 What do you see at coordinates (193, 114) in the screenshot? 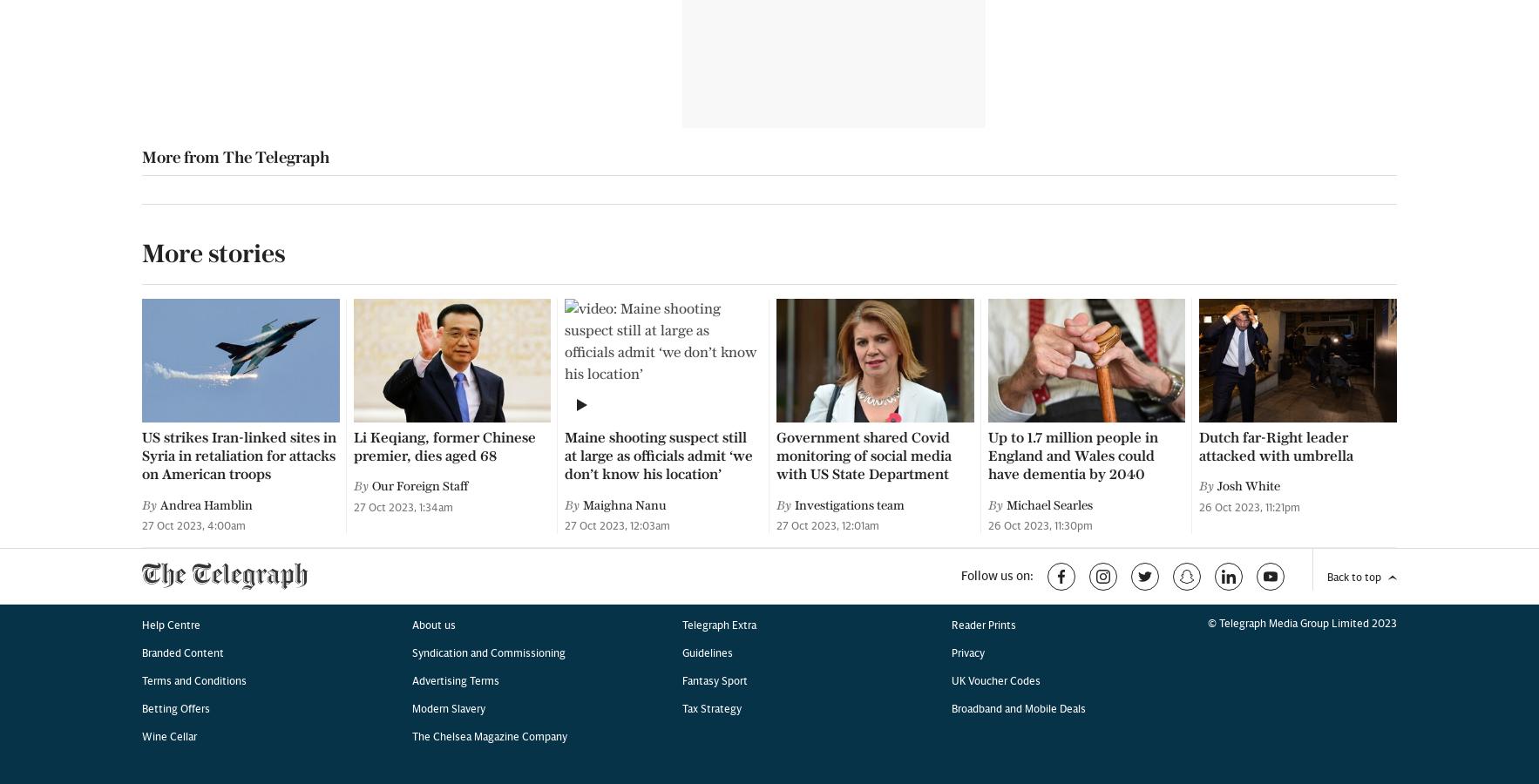
I see `'Terms and Conditions'` at bounding box center [193, 114].